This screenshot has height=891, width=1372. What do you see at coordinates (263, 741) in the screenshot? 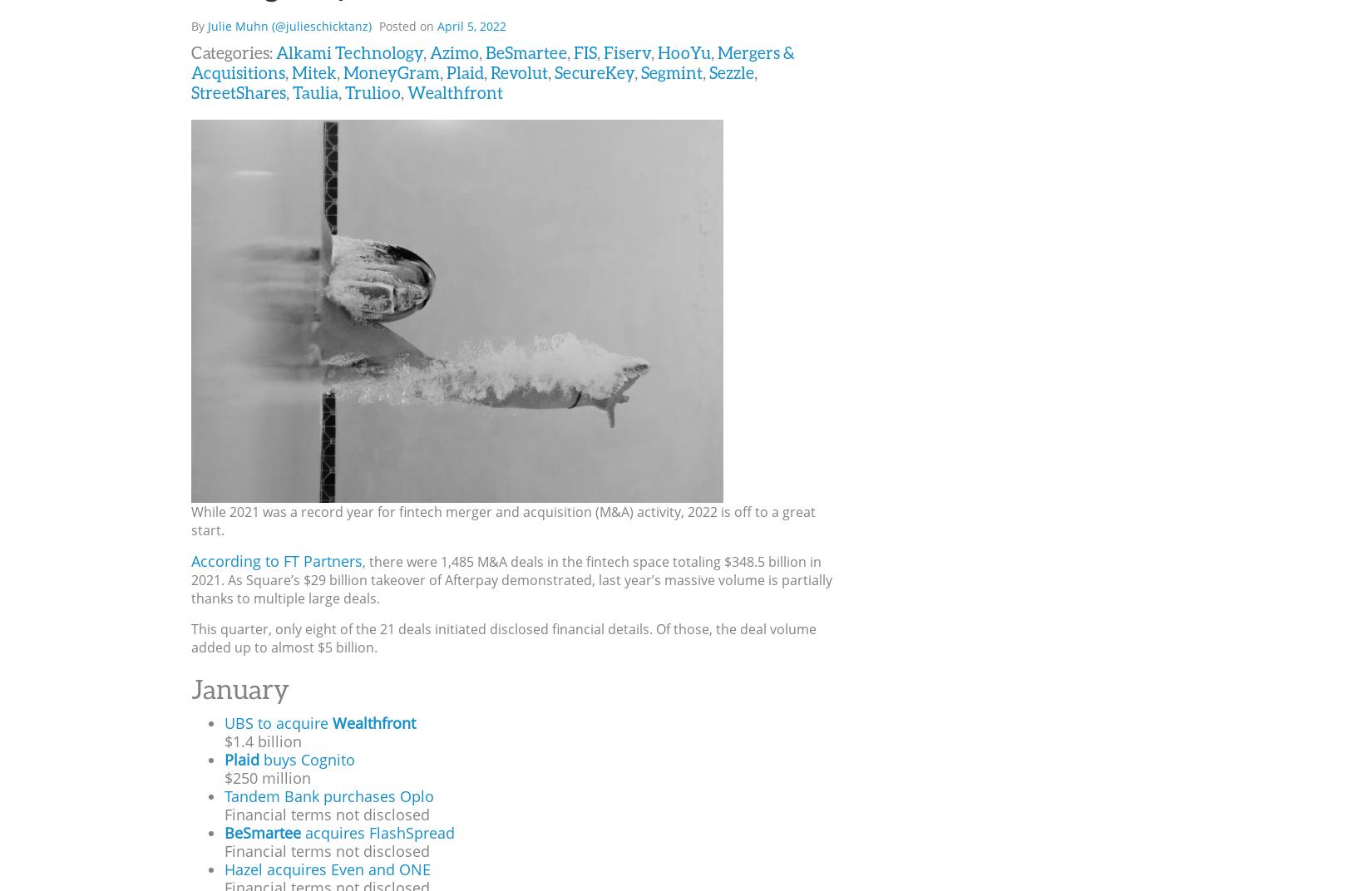
I see `'$1.4 billion'` at bounding box center [263, 741].